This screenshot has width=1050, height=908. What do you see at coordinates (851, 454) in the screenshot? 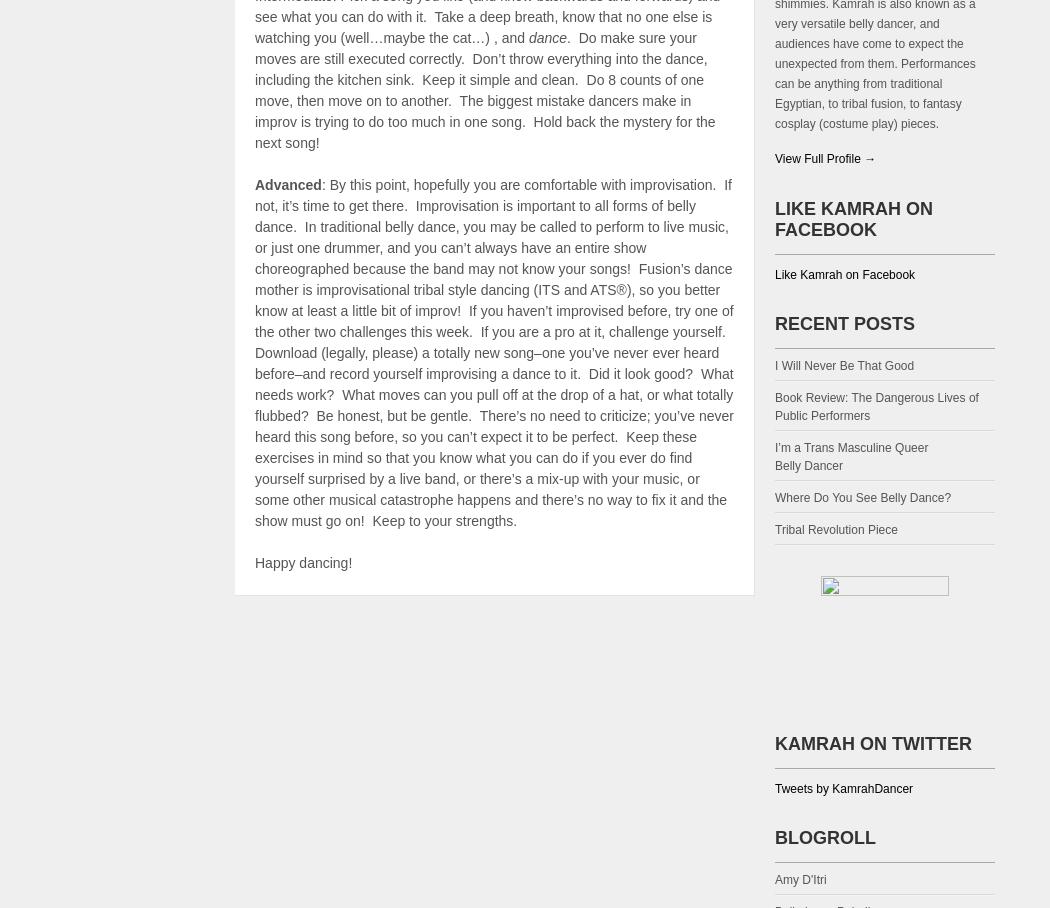
I see `'I’m a Trans Masculine Queer Belly Dancer'` at bounding box center [851, 454].